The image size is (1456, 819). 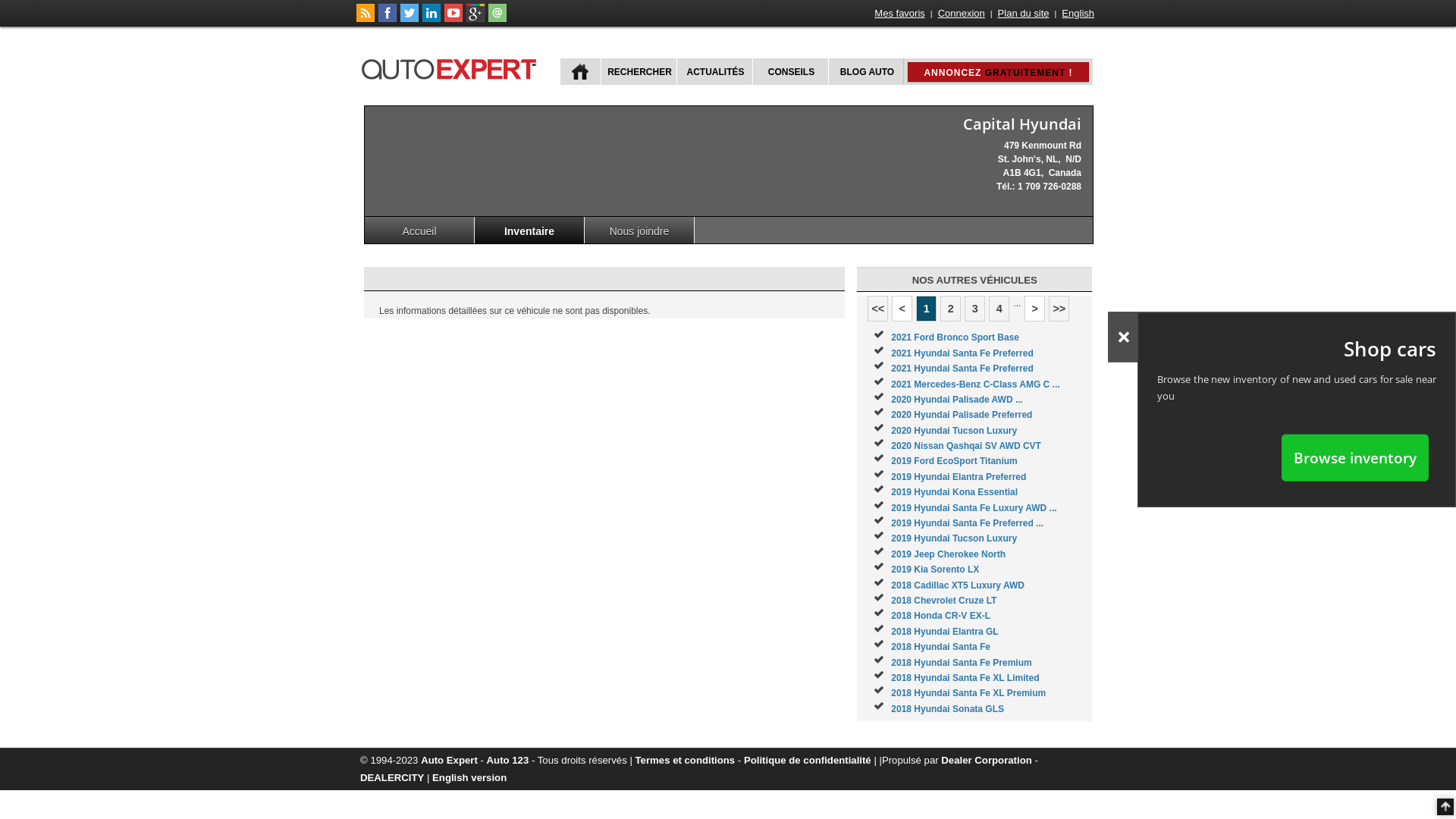 I want to click on '2019 Hyundai Elantra Preferred', so click(x=957, y=475).